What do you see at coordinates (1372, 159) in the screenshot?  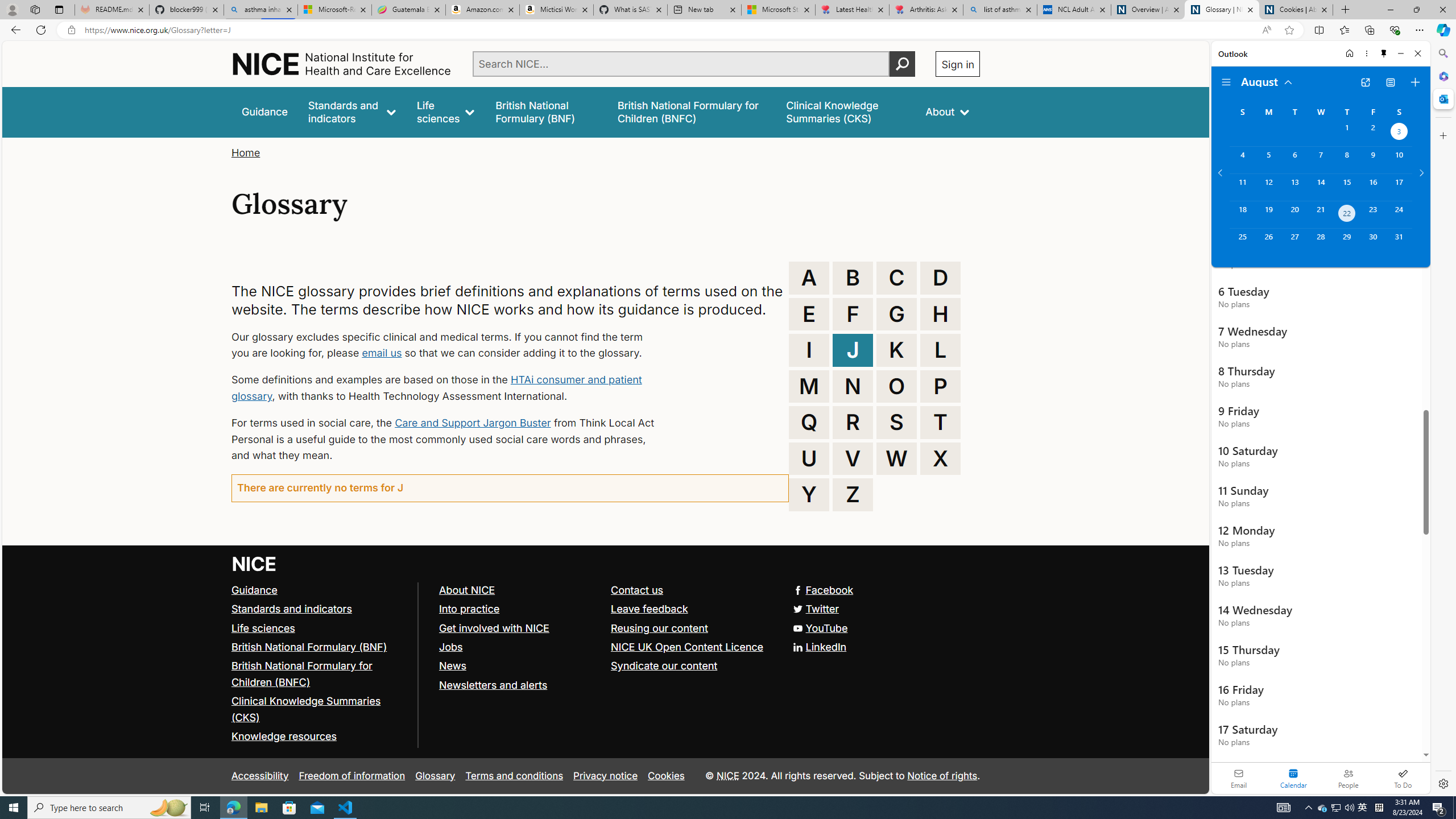 I see `'Friday, August 9, 2024. '` at bounding box center [1372, 159].